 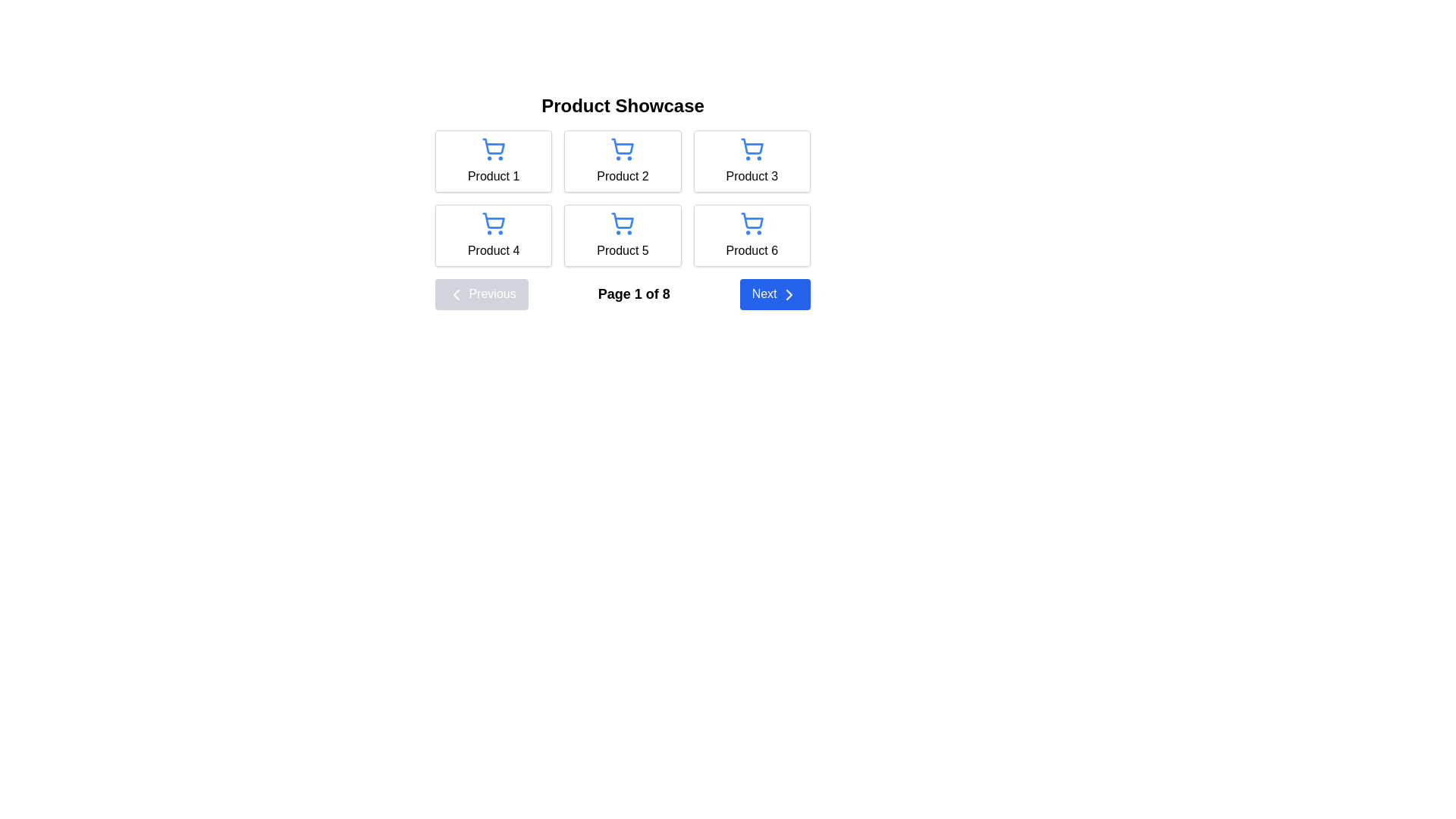 What do you see at coordinates (775, 294) in the screenshot?
I see `the 'Next' button located at the bottom right corner of the navigational bar for accessibility purposes` at bounding box center [775, 294].